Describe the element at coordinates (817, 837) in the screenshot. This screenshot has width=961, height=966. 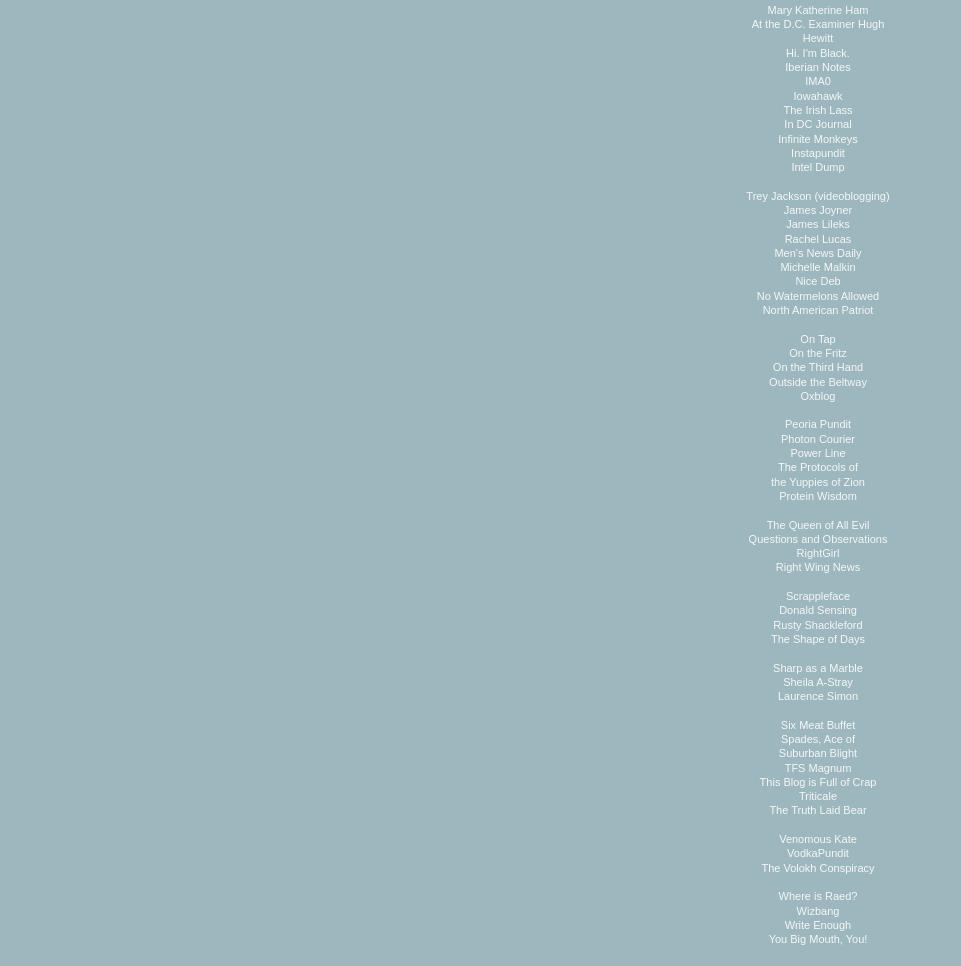
I see `'Venomous Kate'` at that location.